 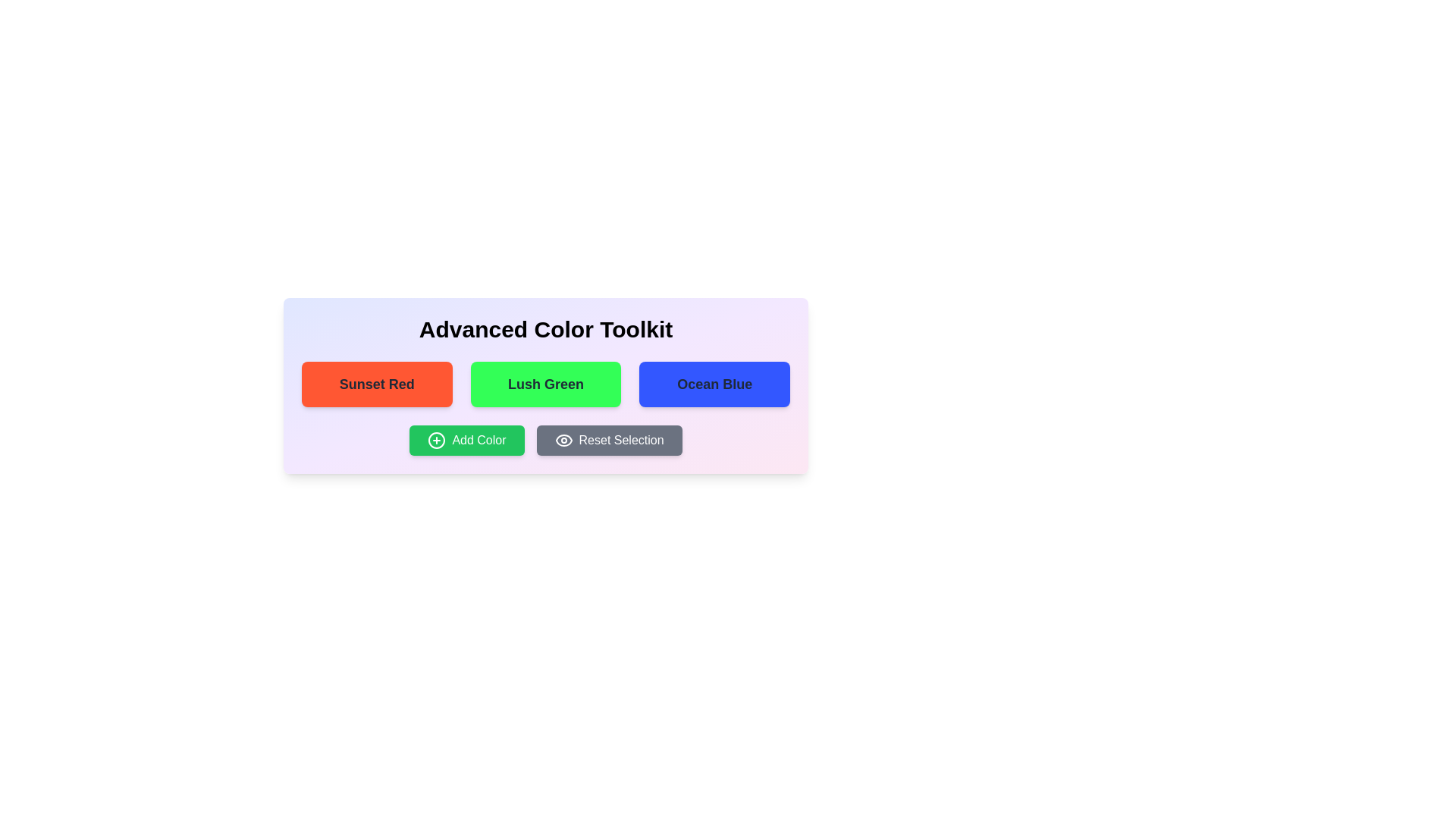 What do you see at coordinates (563, 441) in the screenshot?
I see `the eye icon located on the left side of the 'Reset Selection' button, which is styled with a simple outline and is monochromatic white over a gray background` at bounding box center [563, 441].